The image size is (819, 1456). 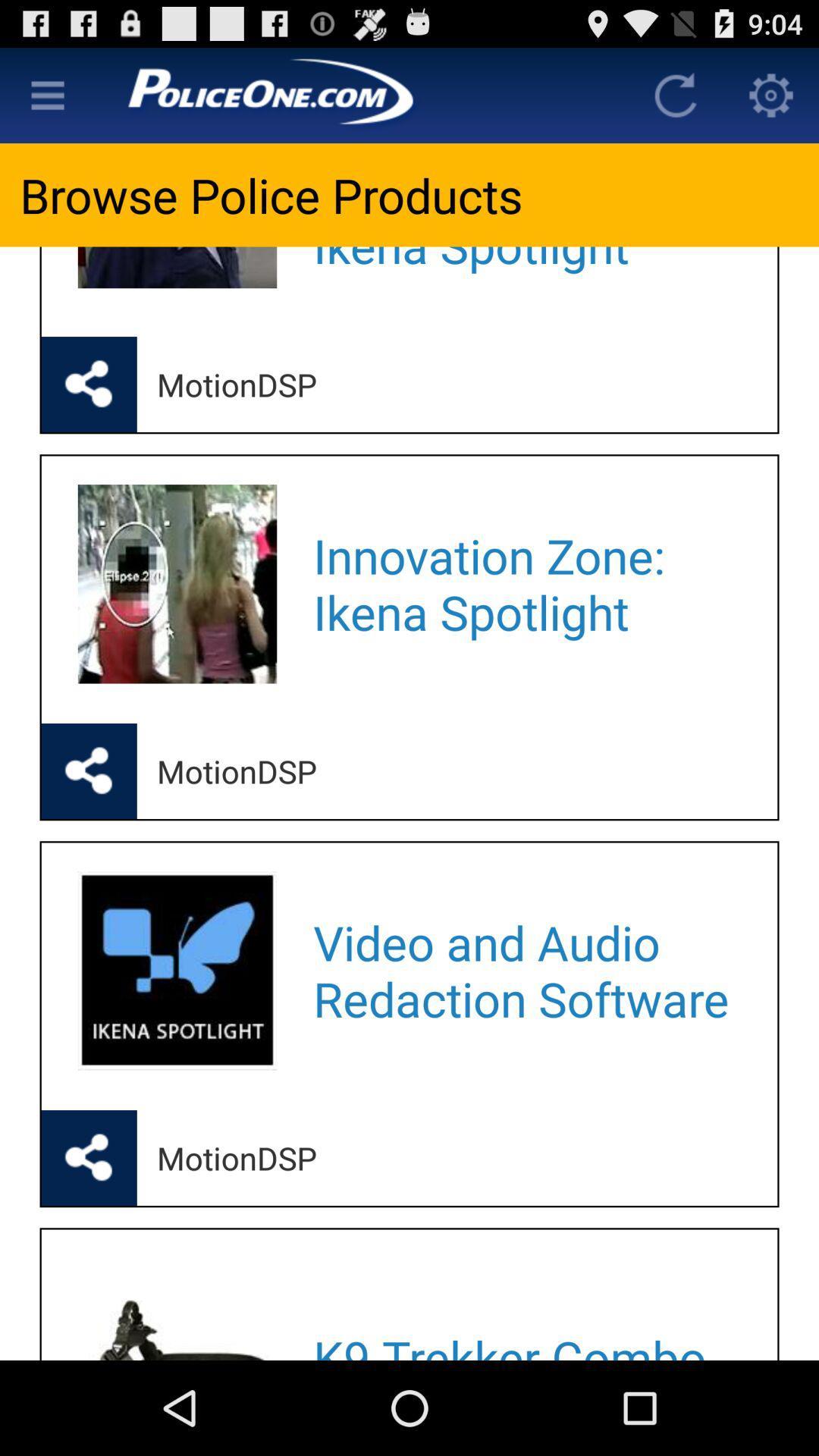 I want to click on share the news article on social media, so click(x=89, y=384).